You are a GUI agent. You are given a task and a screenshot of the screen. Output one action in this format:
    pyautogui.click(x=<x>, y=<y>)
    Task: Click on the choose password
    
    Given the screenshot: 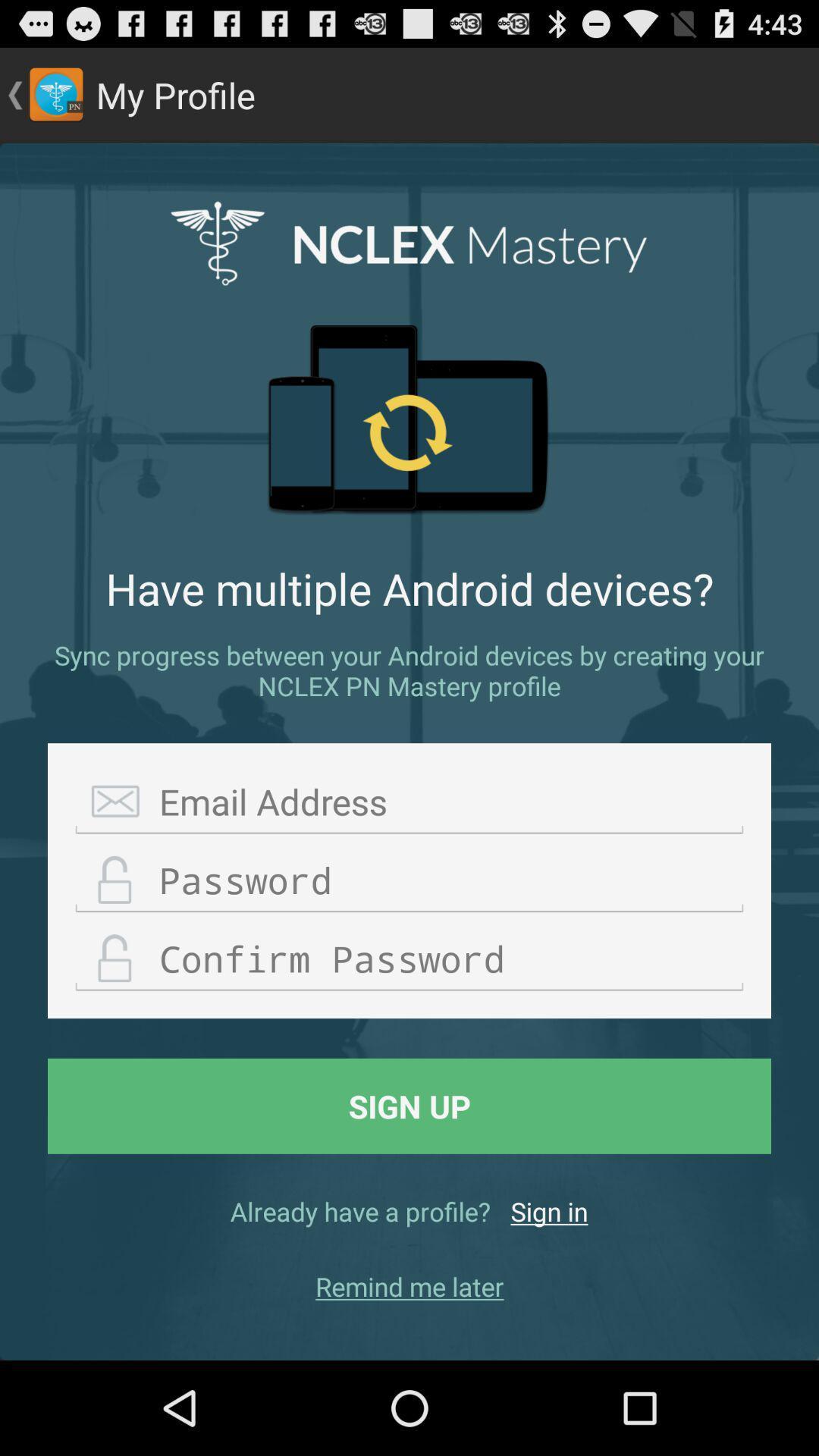 What is the action you would take?
    pyautogui.click(x=409, y=880)
    